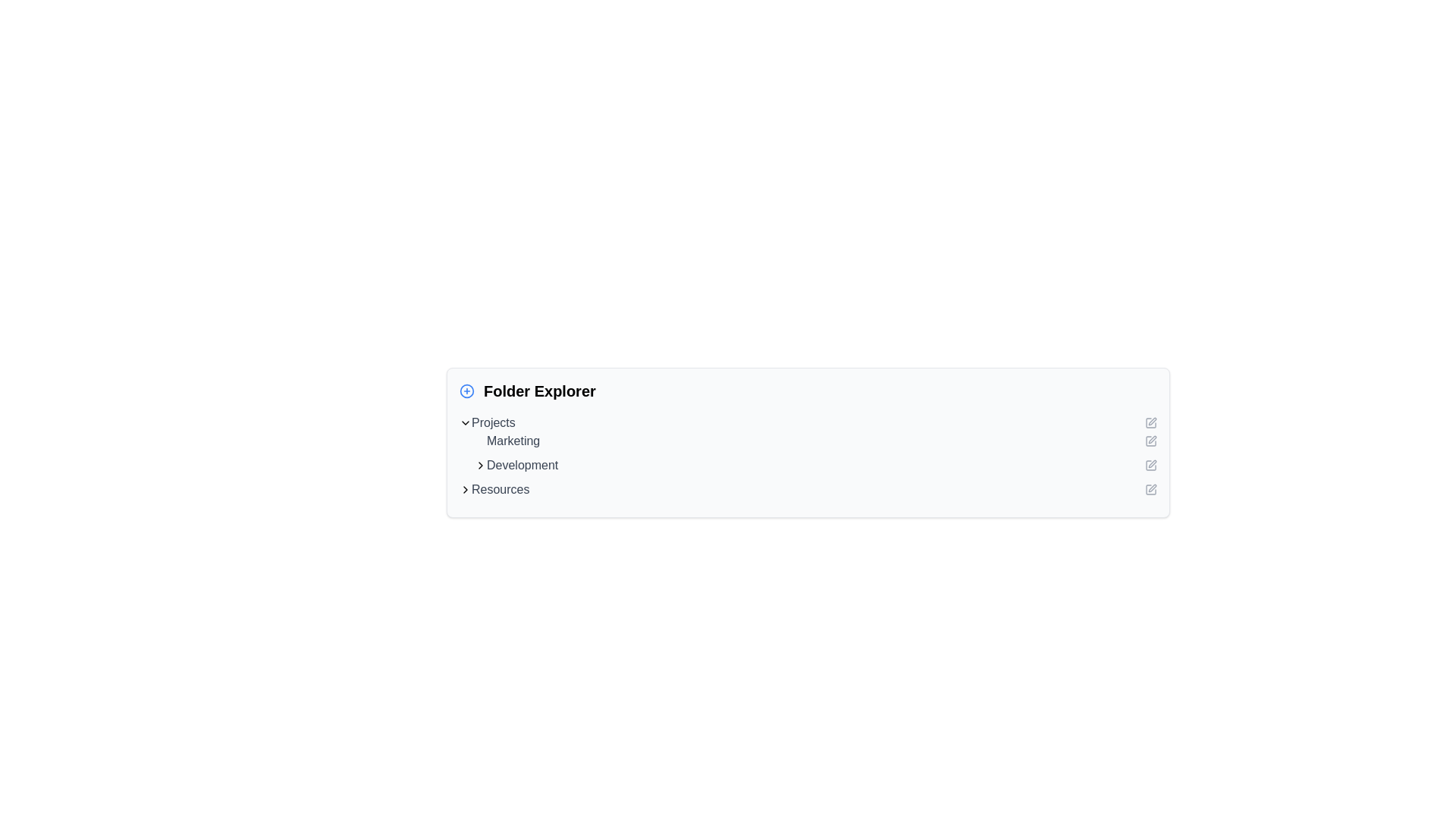  Describe the element at coordinates (1150, 423) in the screenshot. I see `the edit icon button located to the far right of the 'Projects' text area` at that location.